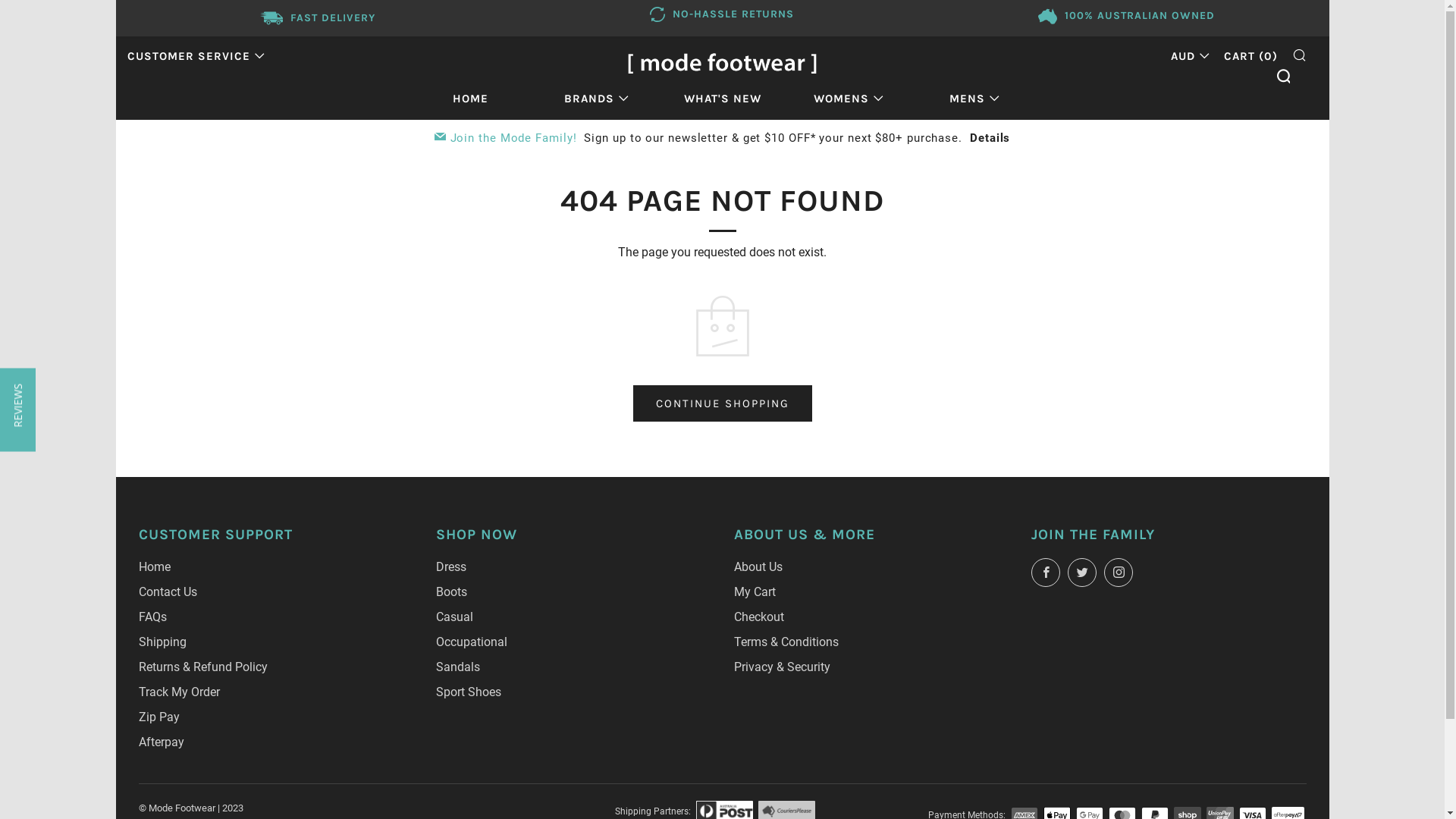  I want to click on 'BRANDS', so click(595, 99).